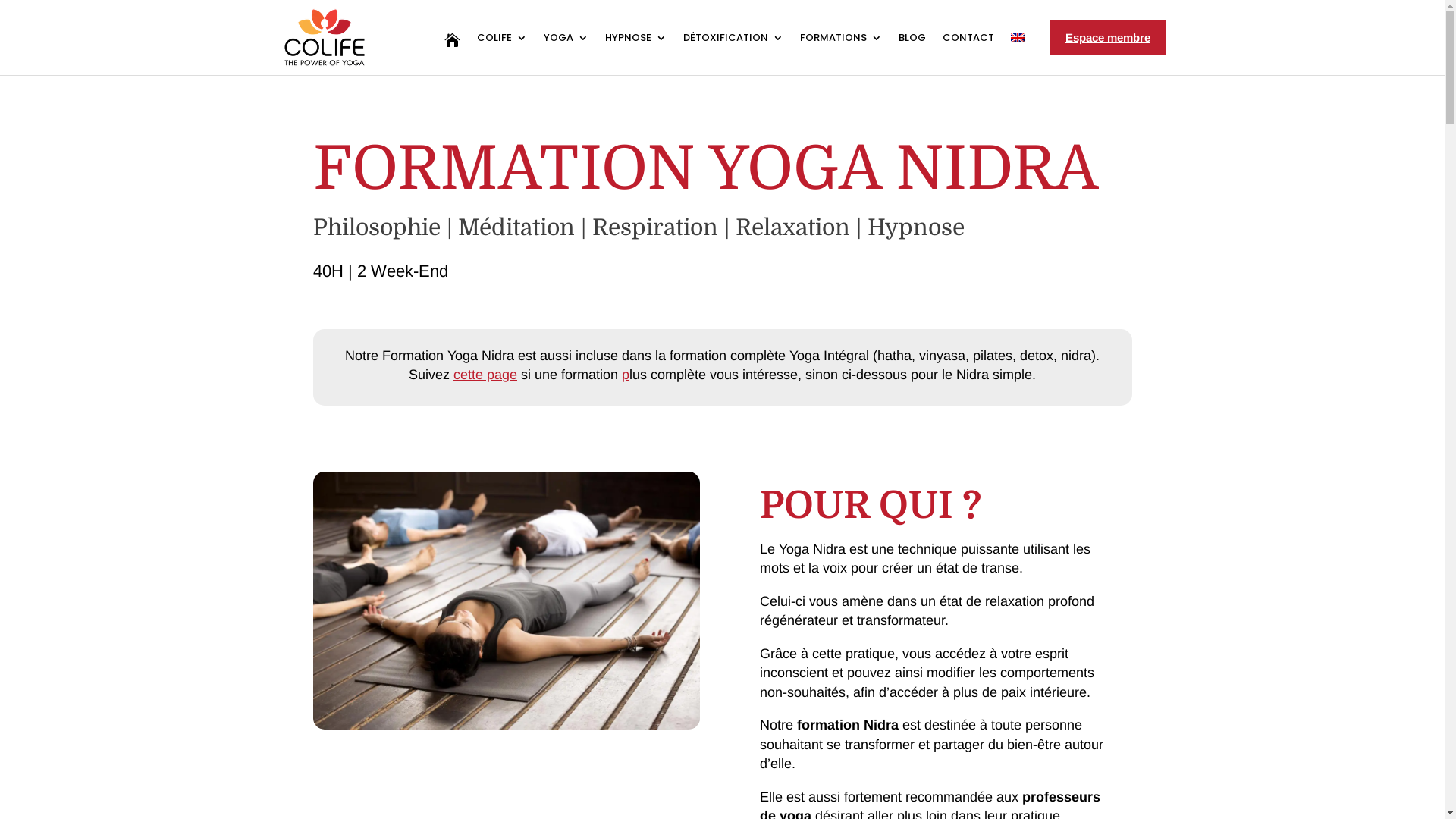  Describe the element at coordinates (506, 599) in the screenshot. I see `'Formation Yoga Nidra Geneve'` at that location.